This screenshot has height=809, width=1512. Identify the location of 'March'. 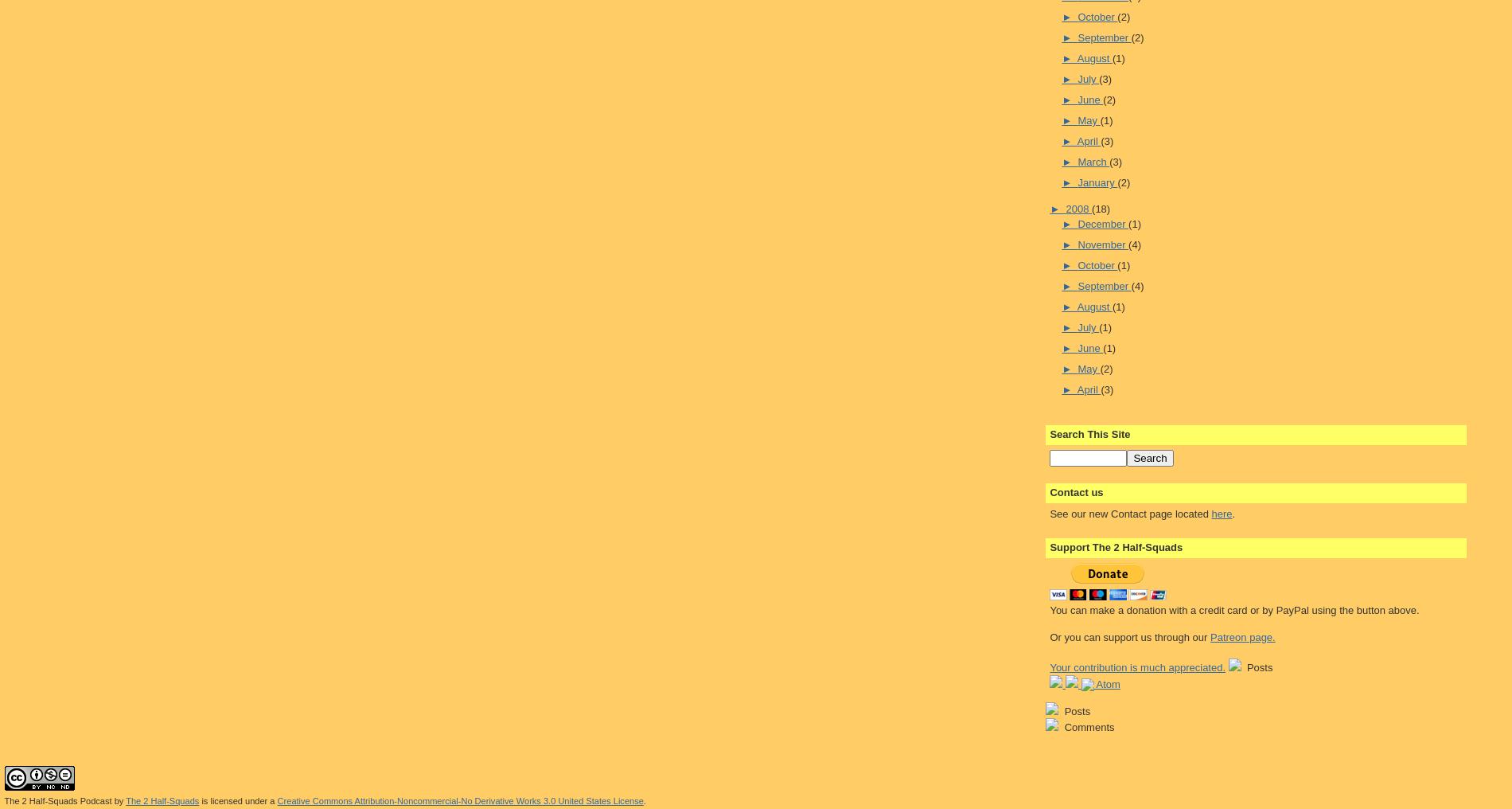
(1093, 162).